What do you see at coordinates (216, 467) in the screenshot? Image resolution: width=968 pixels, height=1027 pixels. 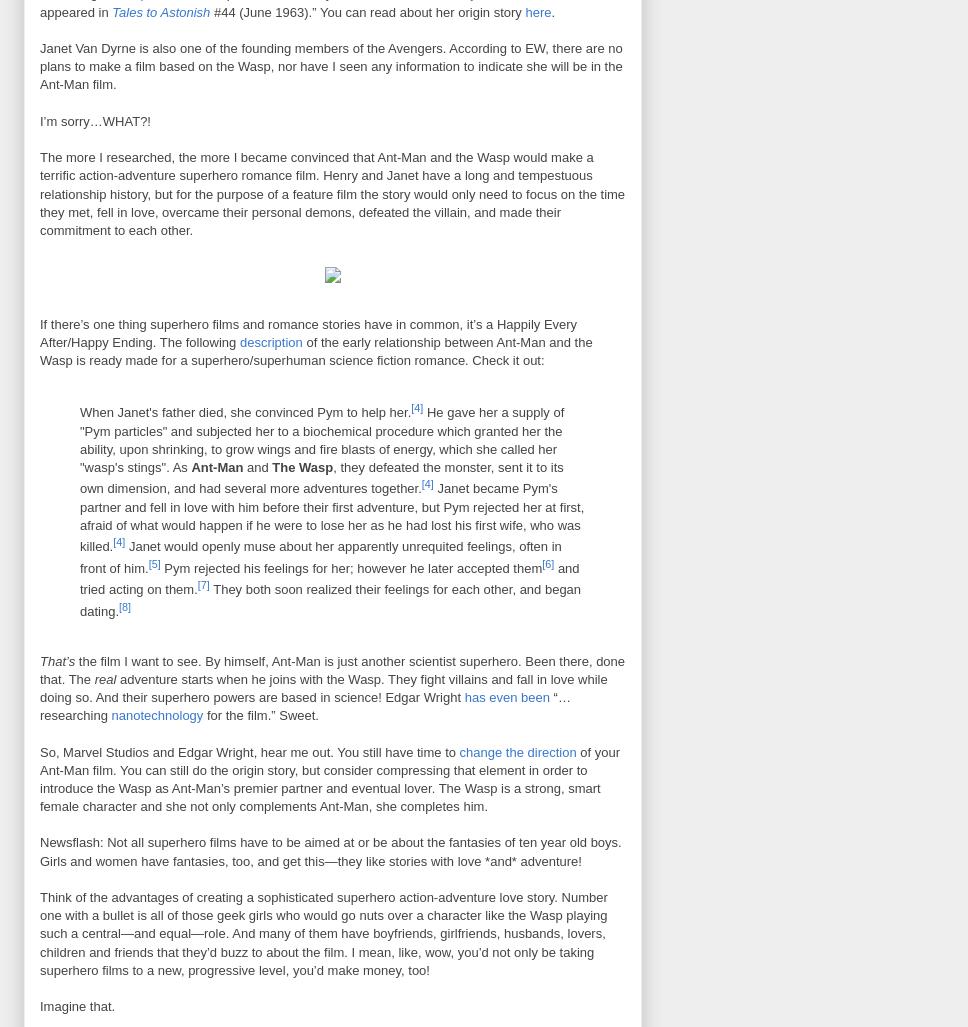 I see `'Ant-Man'` at bounding box center [216, 467].